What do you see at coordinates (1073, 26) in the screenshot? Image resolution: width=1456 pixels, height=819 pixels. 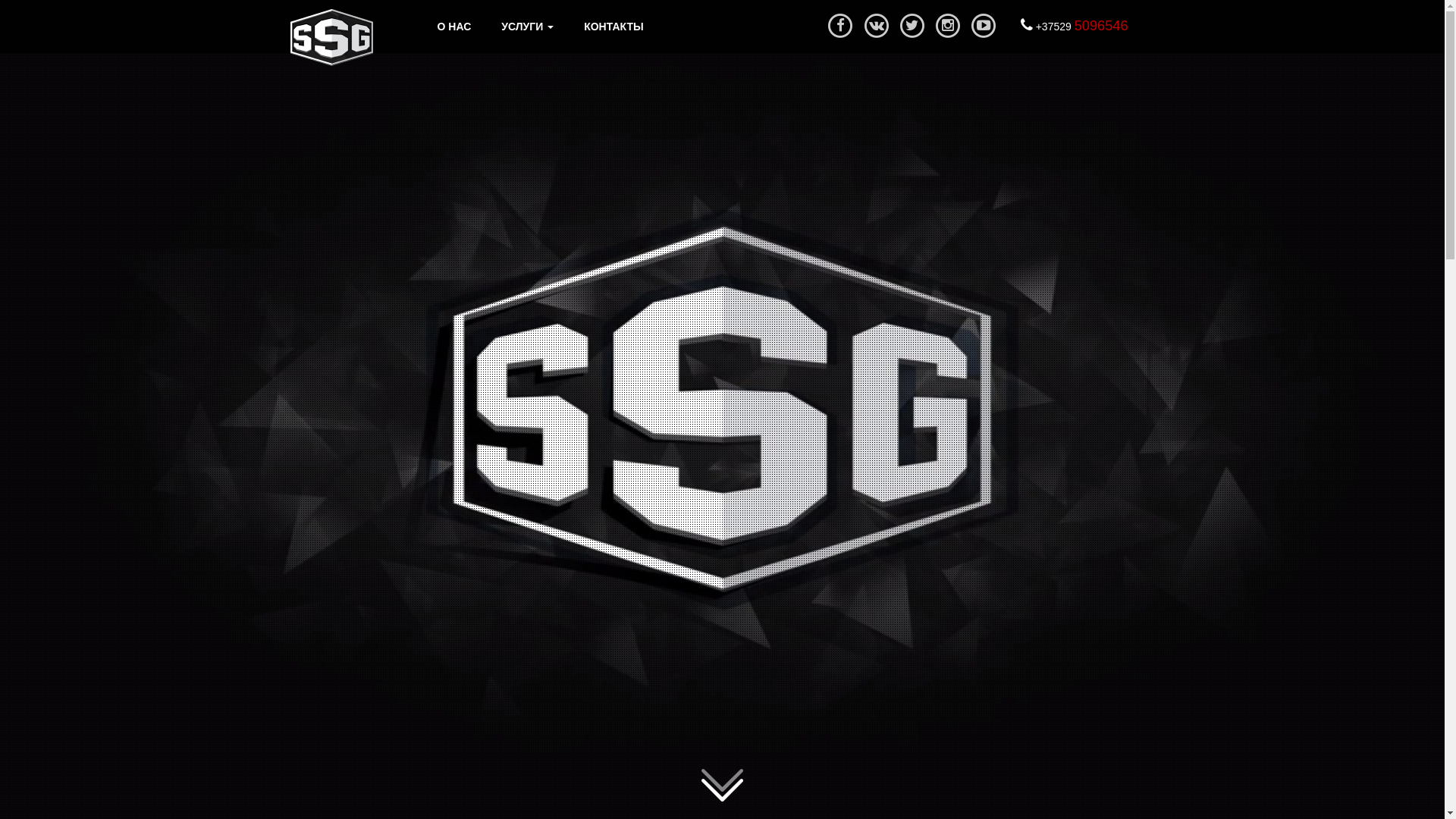 I see `'+37529 5096546'` at bounding box center [1073, 26].